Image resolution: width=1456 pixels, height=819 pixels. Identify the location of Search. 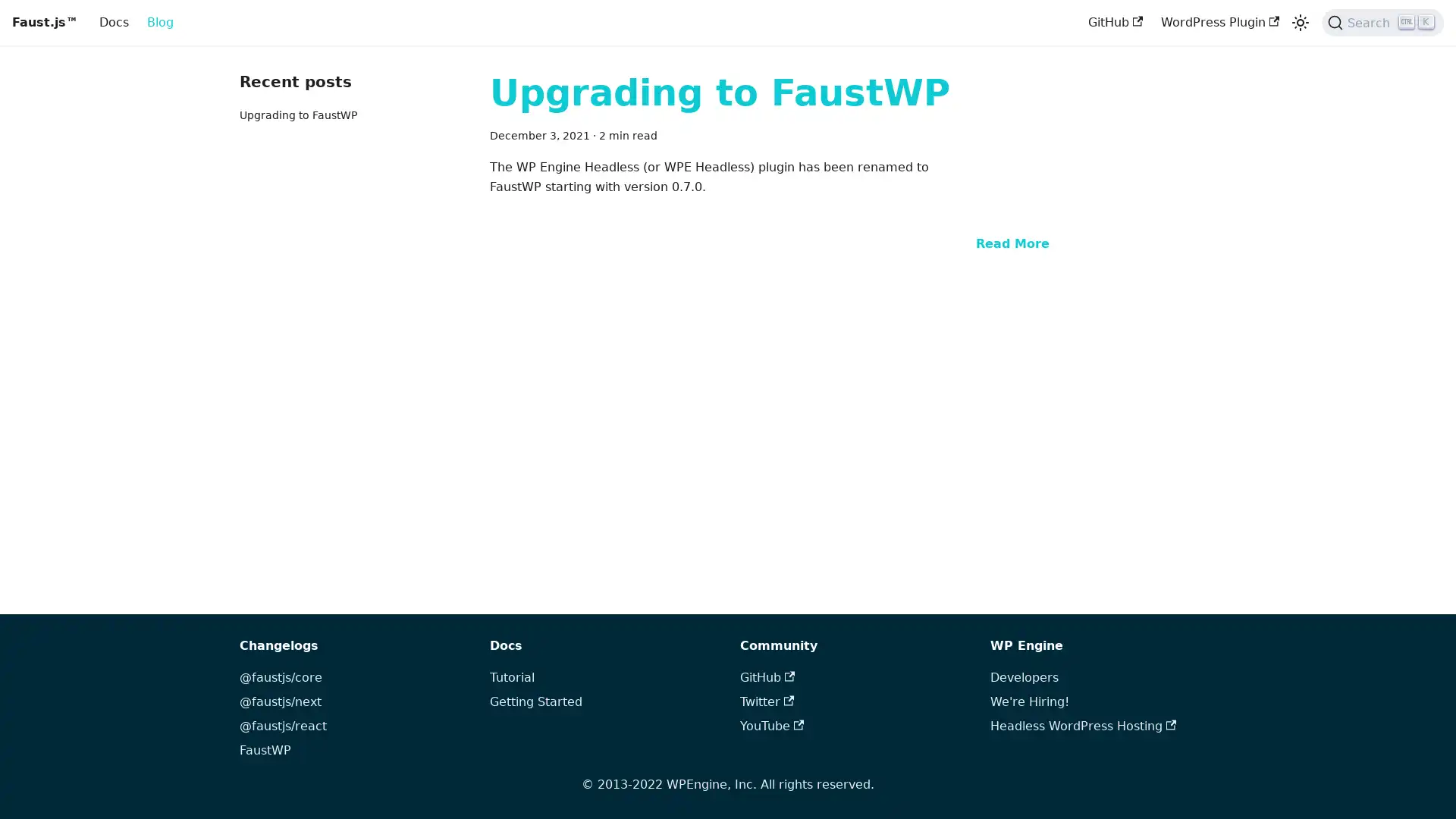
(1382, 23).